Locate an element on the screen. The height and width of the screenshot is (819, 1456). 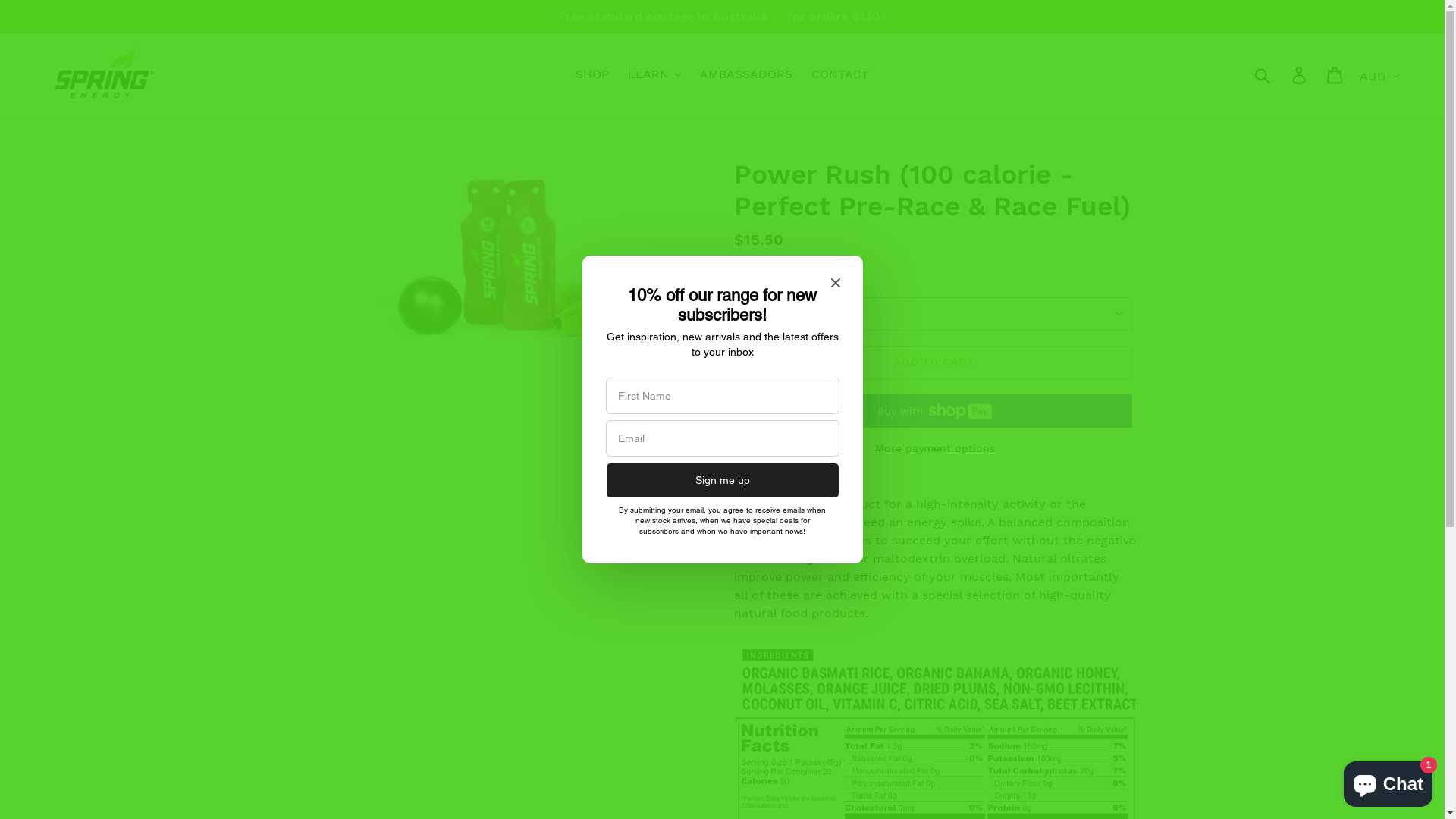
'SHOP' is located at coordinates (591, 74).